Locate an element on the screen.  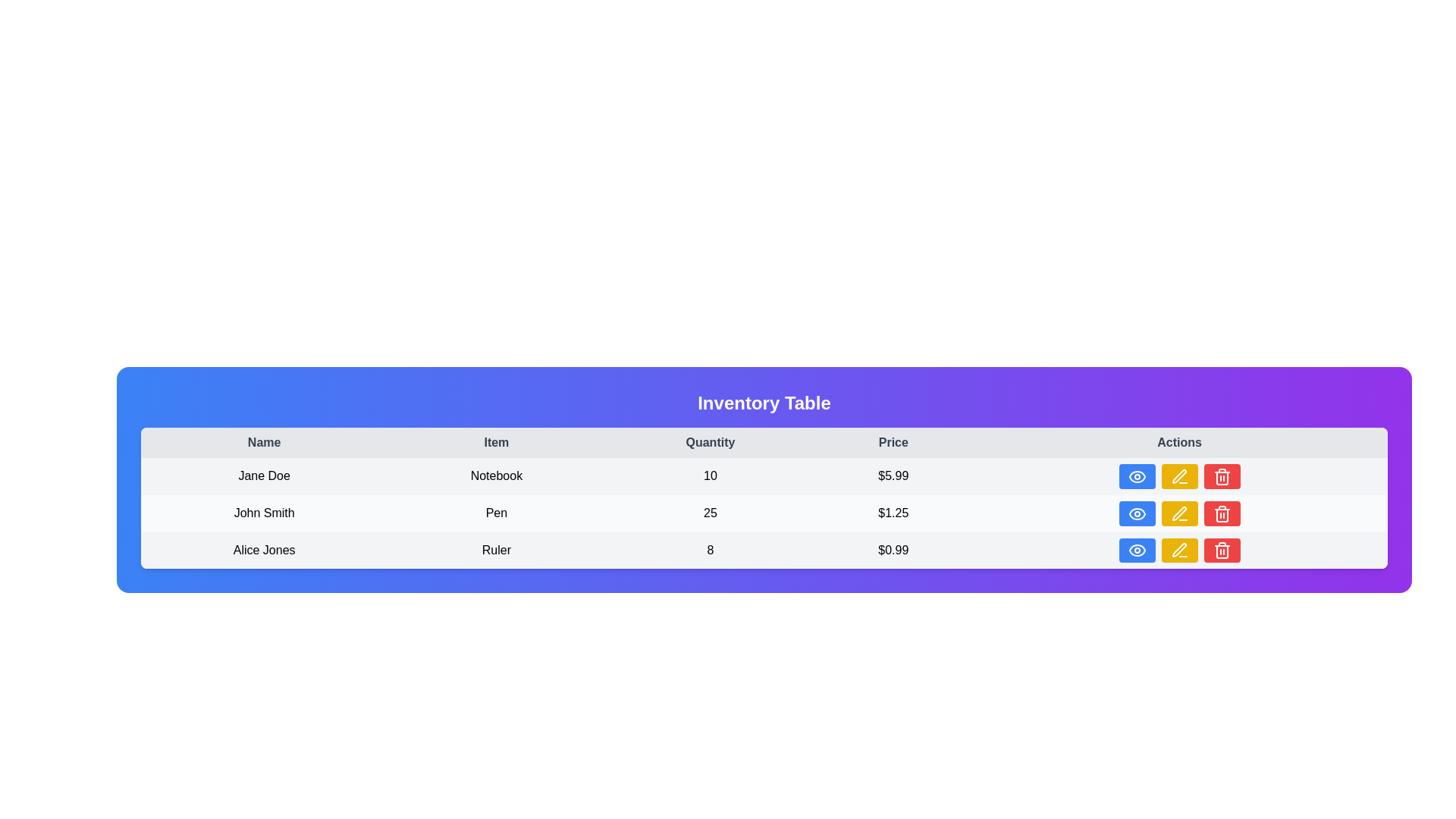
the delete button, which is the third action button in the last row of the table, to observe visual feedback is located at coordinates (1222, 513).